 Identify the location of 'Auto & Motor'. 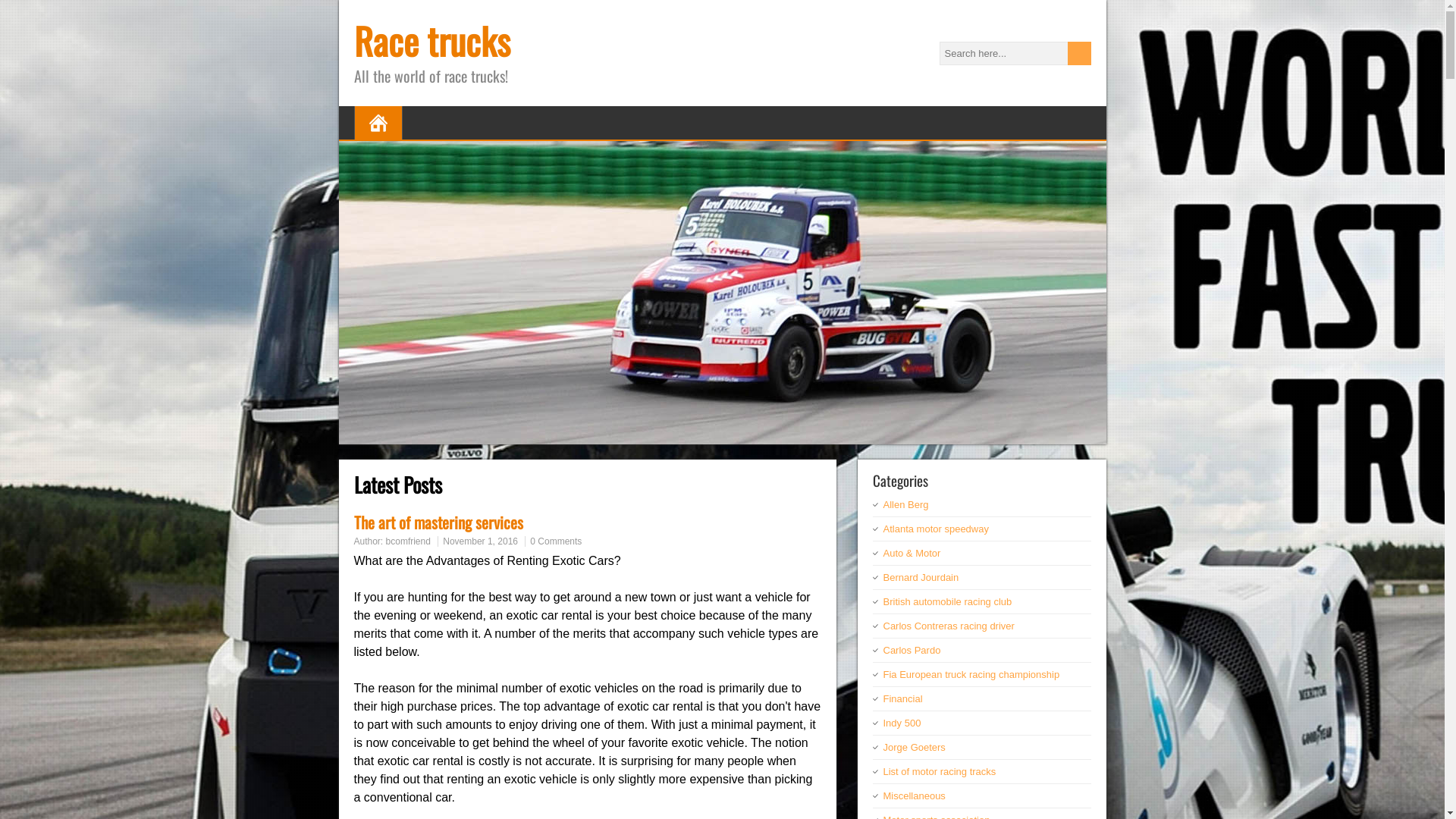
(910, 553).